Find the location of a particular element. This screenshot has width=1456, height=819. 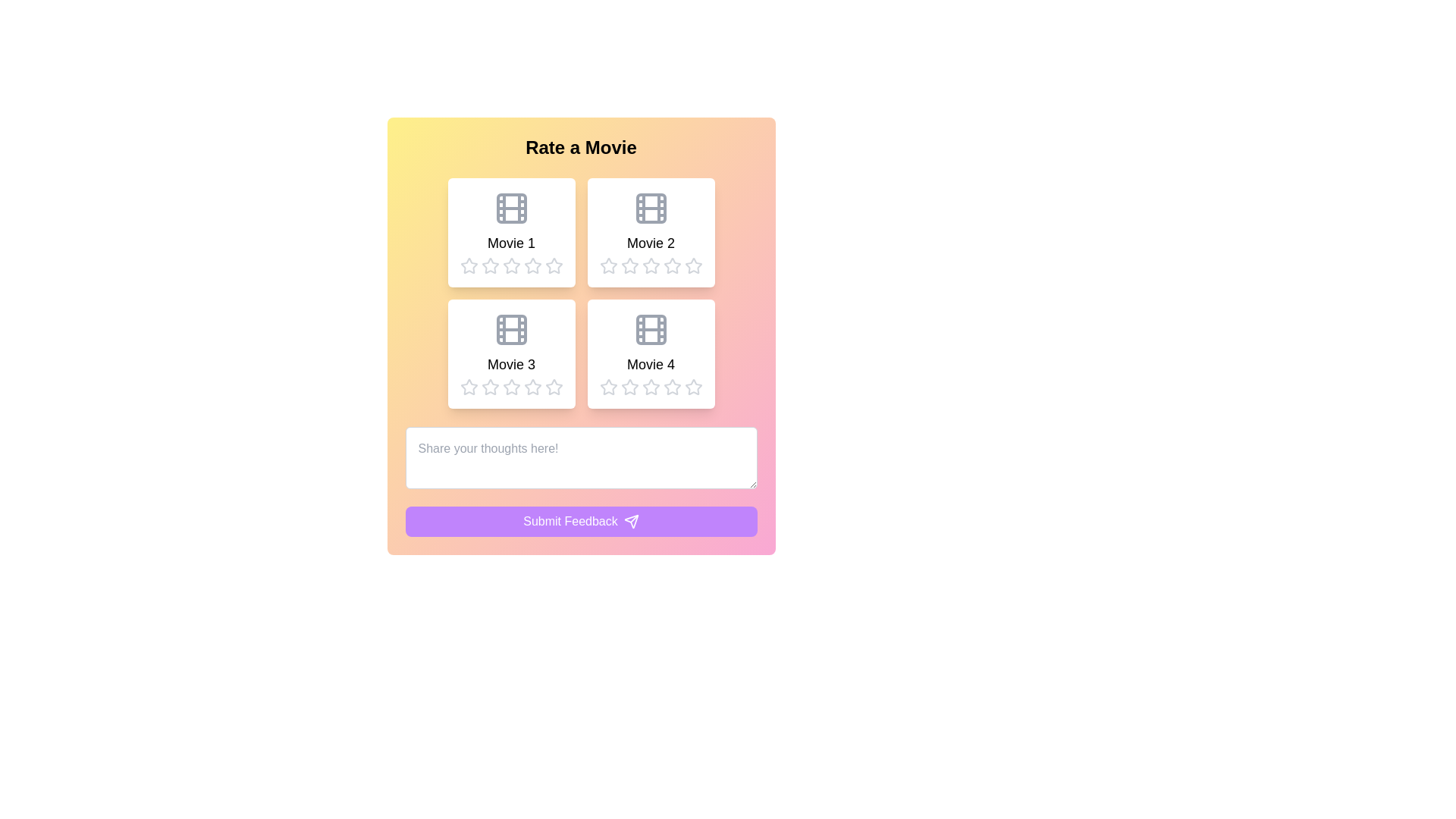

the third star in the rating row below the 'Movie 2' card to rate the movie is located at coordinates (629, 265).